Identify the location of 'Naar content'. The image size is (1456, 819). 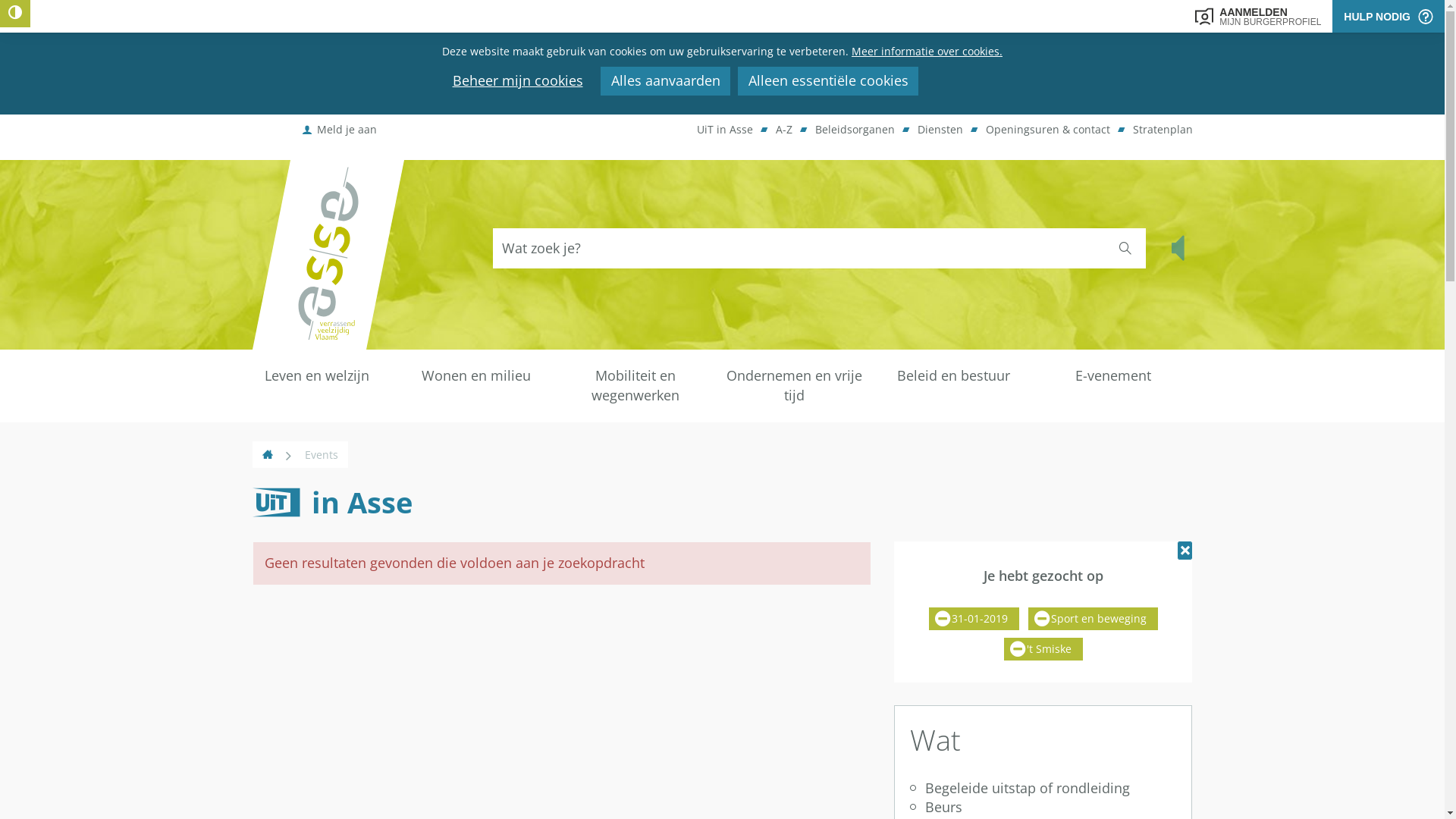
(431, 77).